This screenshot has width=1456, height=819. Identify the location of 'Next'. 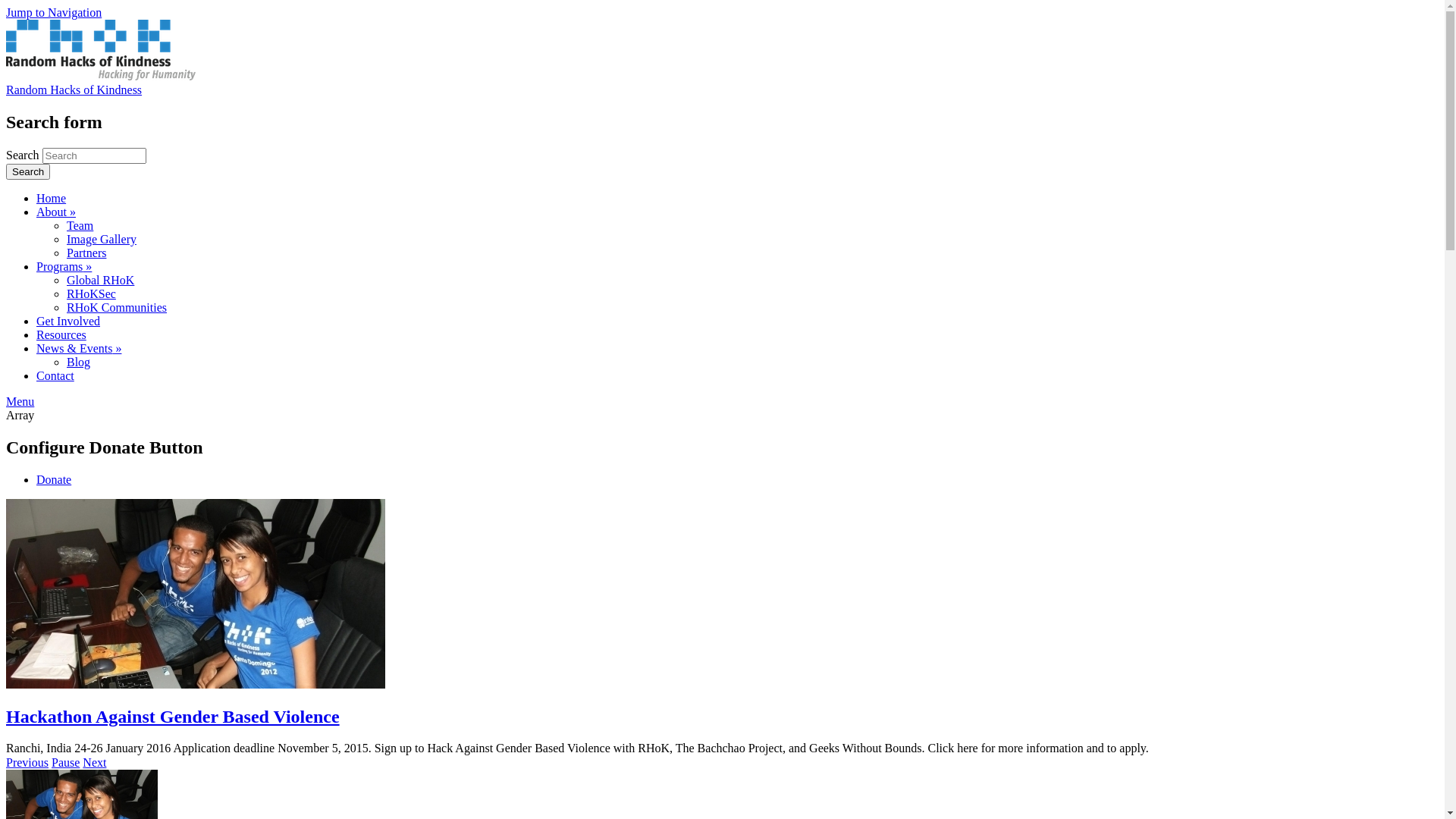
(93, 762).